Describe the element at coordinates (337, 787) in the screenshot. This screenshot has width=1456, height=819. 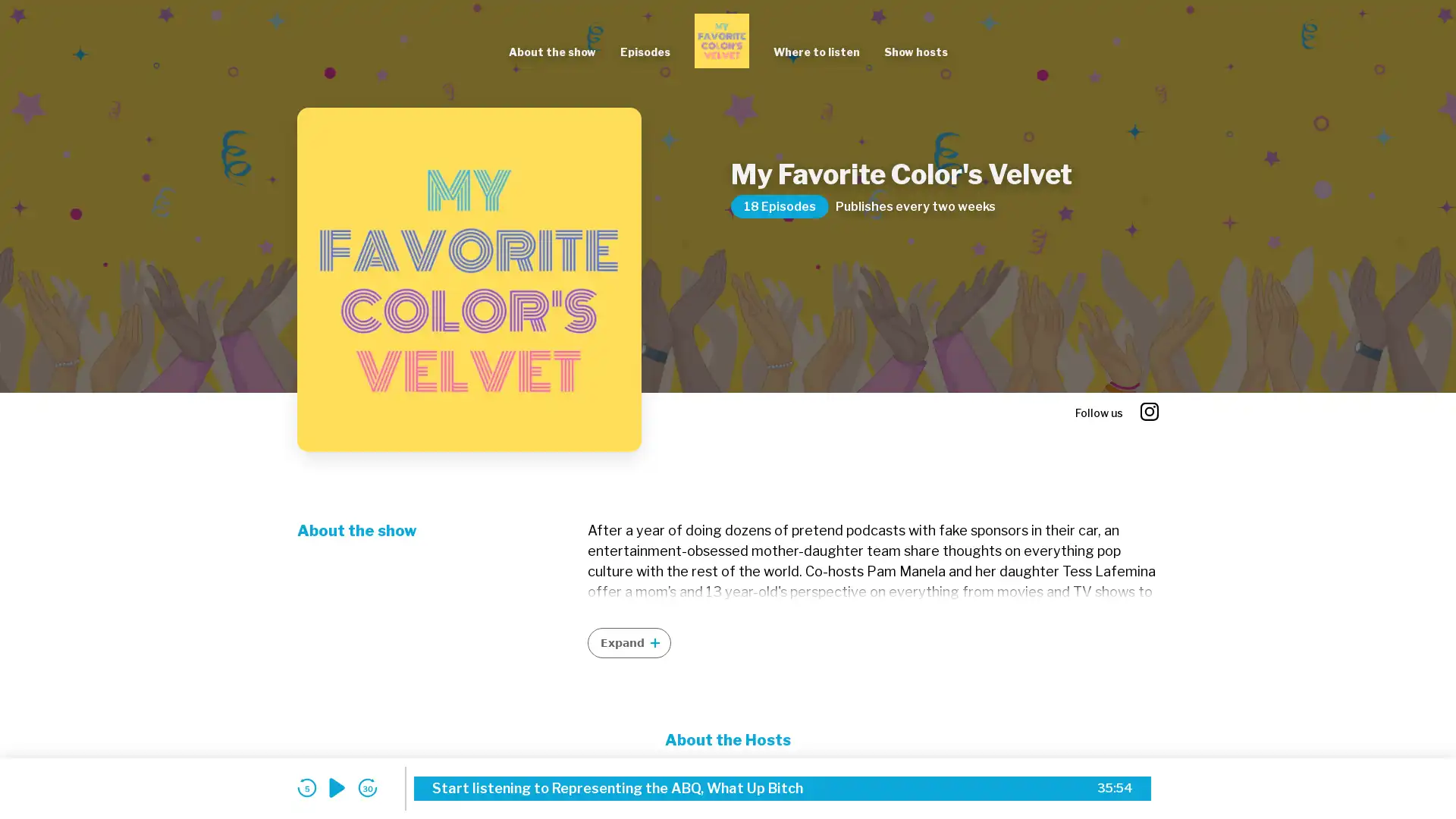
I see `play audio` at that location.